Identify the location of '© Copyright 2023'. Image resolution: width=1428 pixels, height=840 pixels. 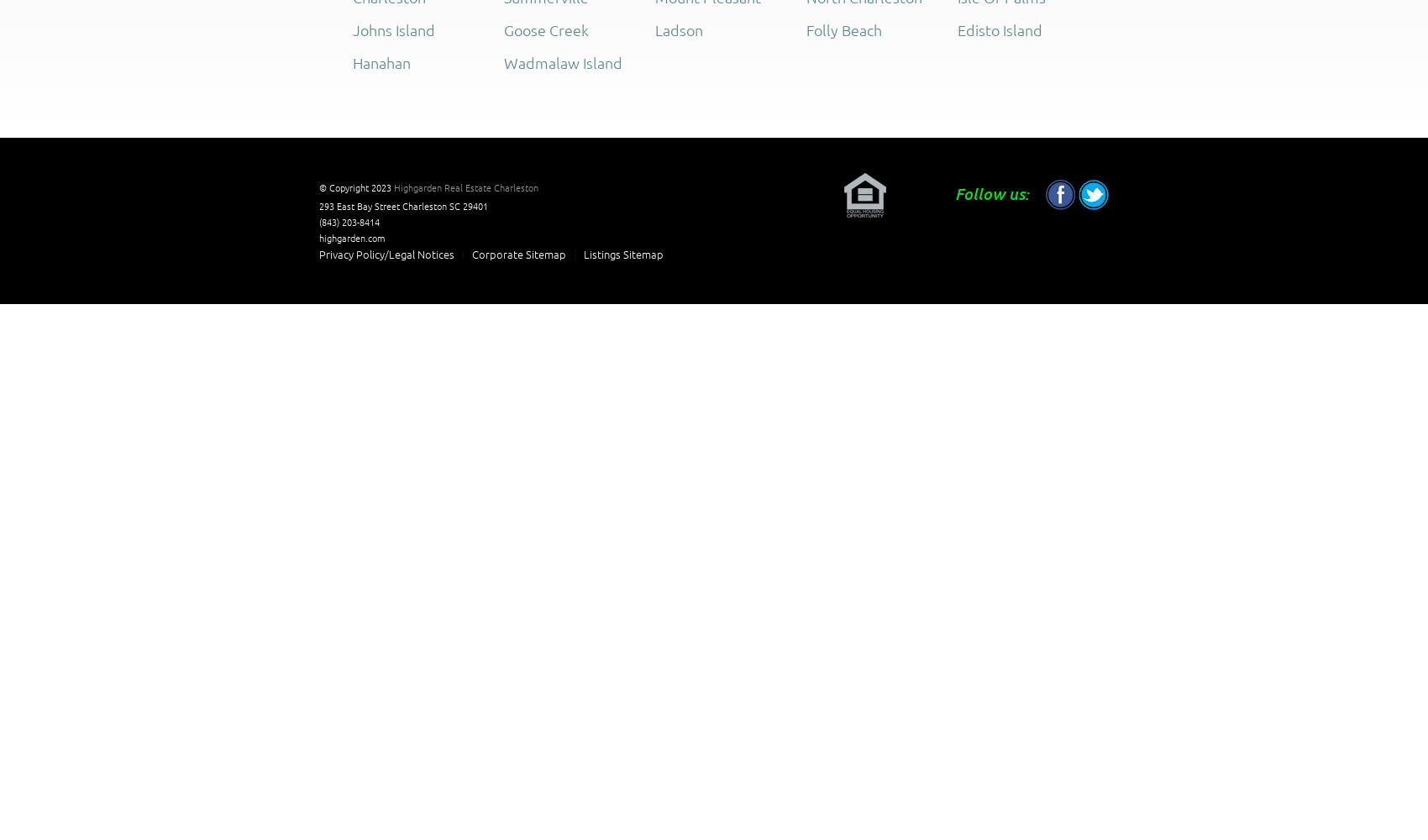
(355, 186).